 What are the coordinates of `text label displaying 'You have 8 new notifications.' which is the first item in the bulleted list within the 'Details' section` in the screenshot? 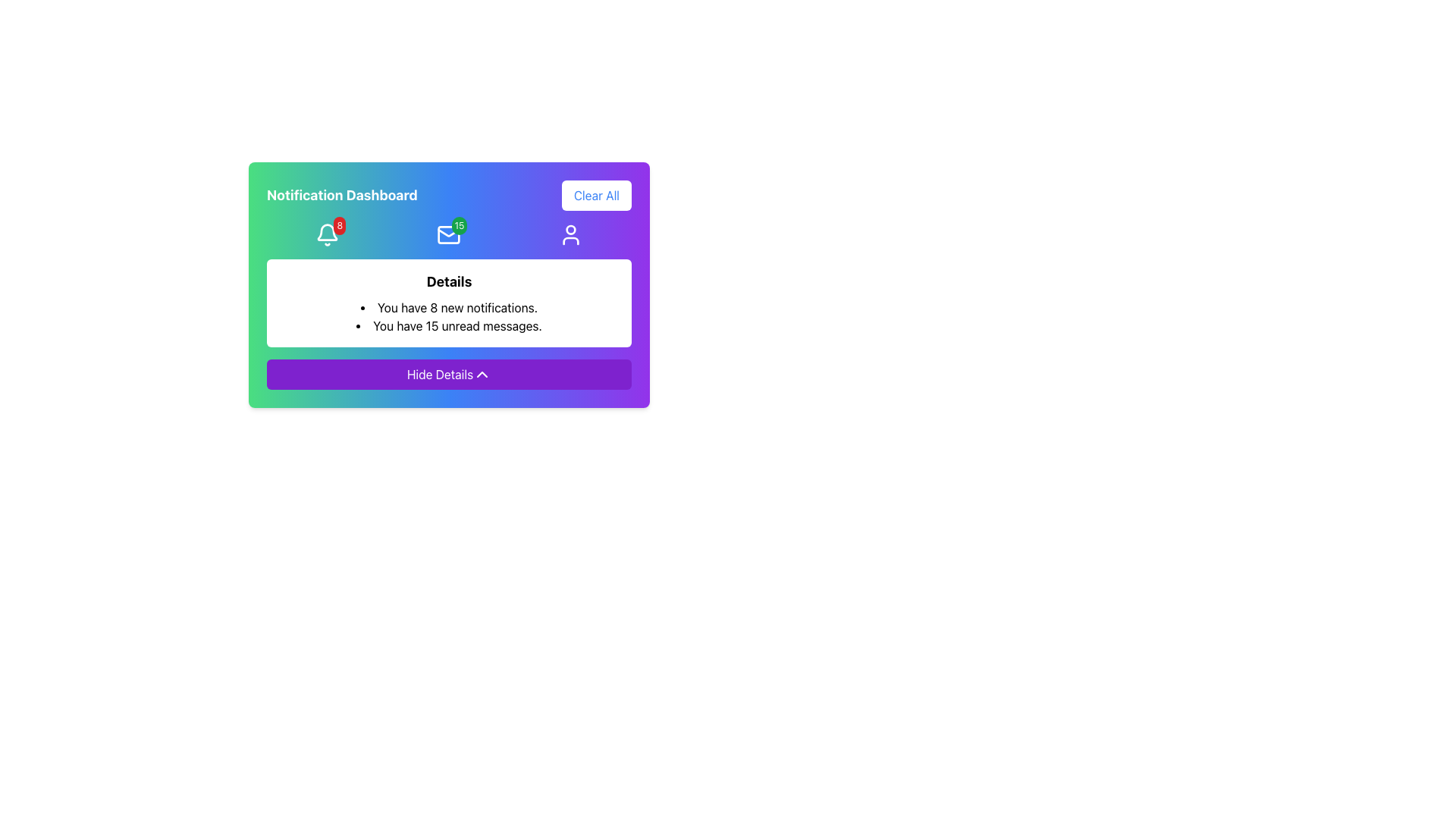 It's located at (448, 307).